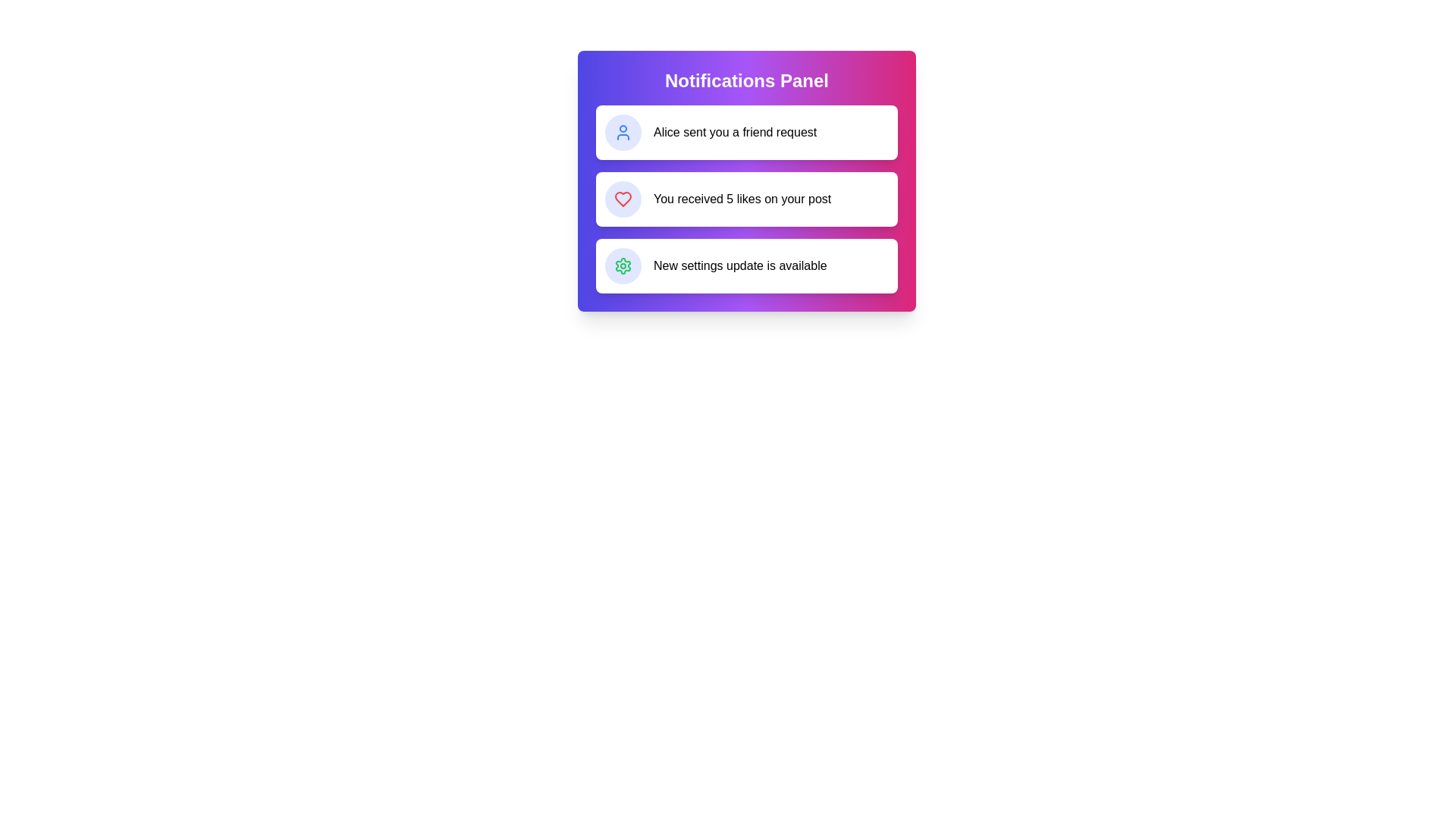 This screenshot has height=819, width=1456. Describe the element at coordinates (623, 265) in the screenshot. I see `the settings vector icon located in the third row of the notifications panel, which indicates a new settings update is available` at that location.